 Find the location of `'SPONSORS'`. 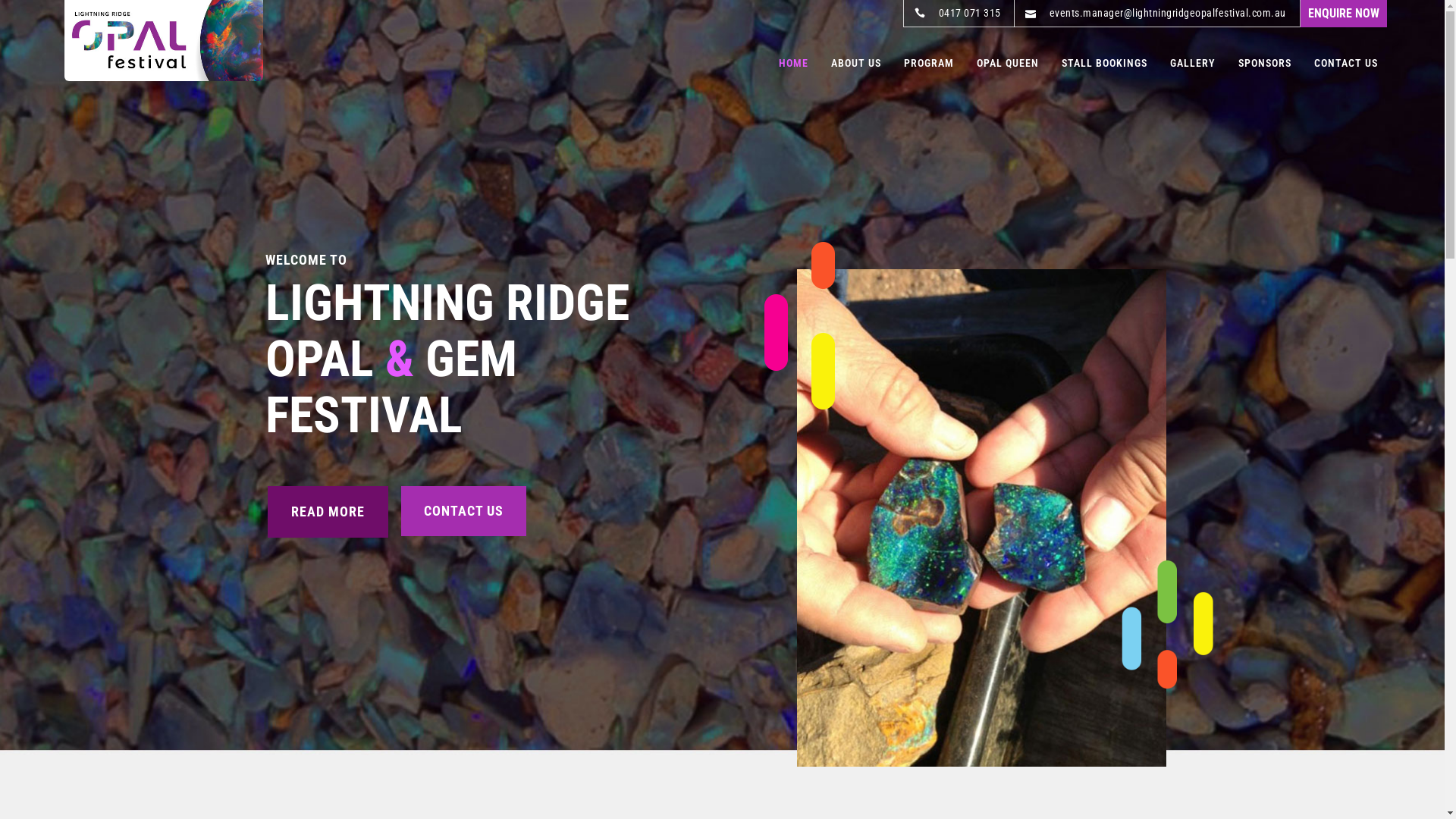

'SPONSORS' is located at coordinates (1264, 62).